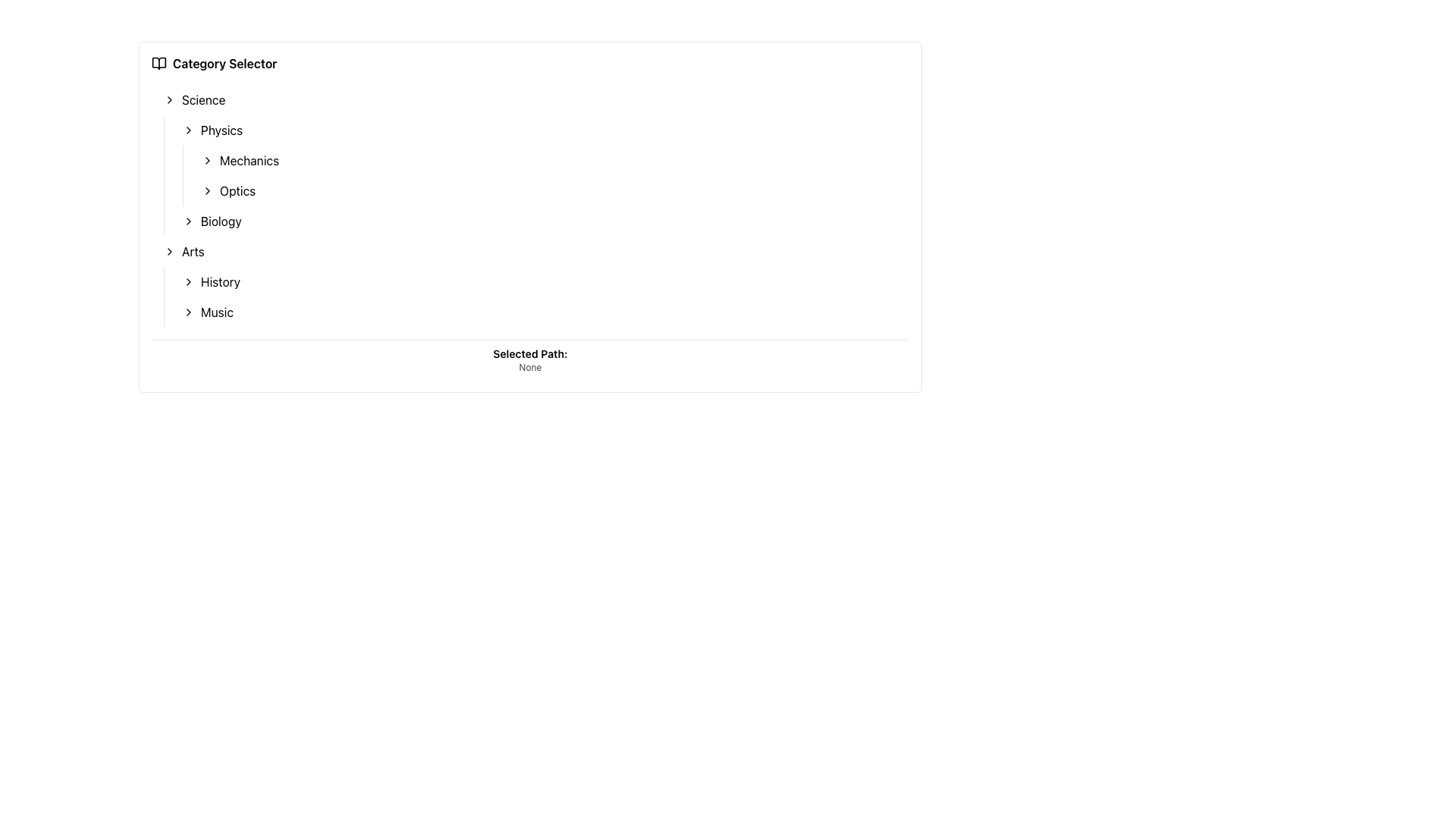 This screenshot has height=819, width=1456. Describe the element at coordinates (188, 281) in the screenshot. I see `the rightward-pointing chevron-shaped arrow icon next to the 'History' label in the collapsible menu under the 'Arts' category` at that location.